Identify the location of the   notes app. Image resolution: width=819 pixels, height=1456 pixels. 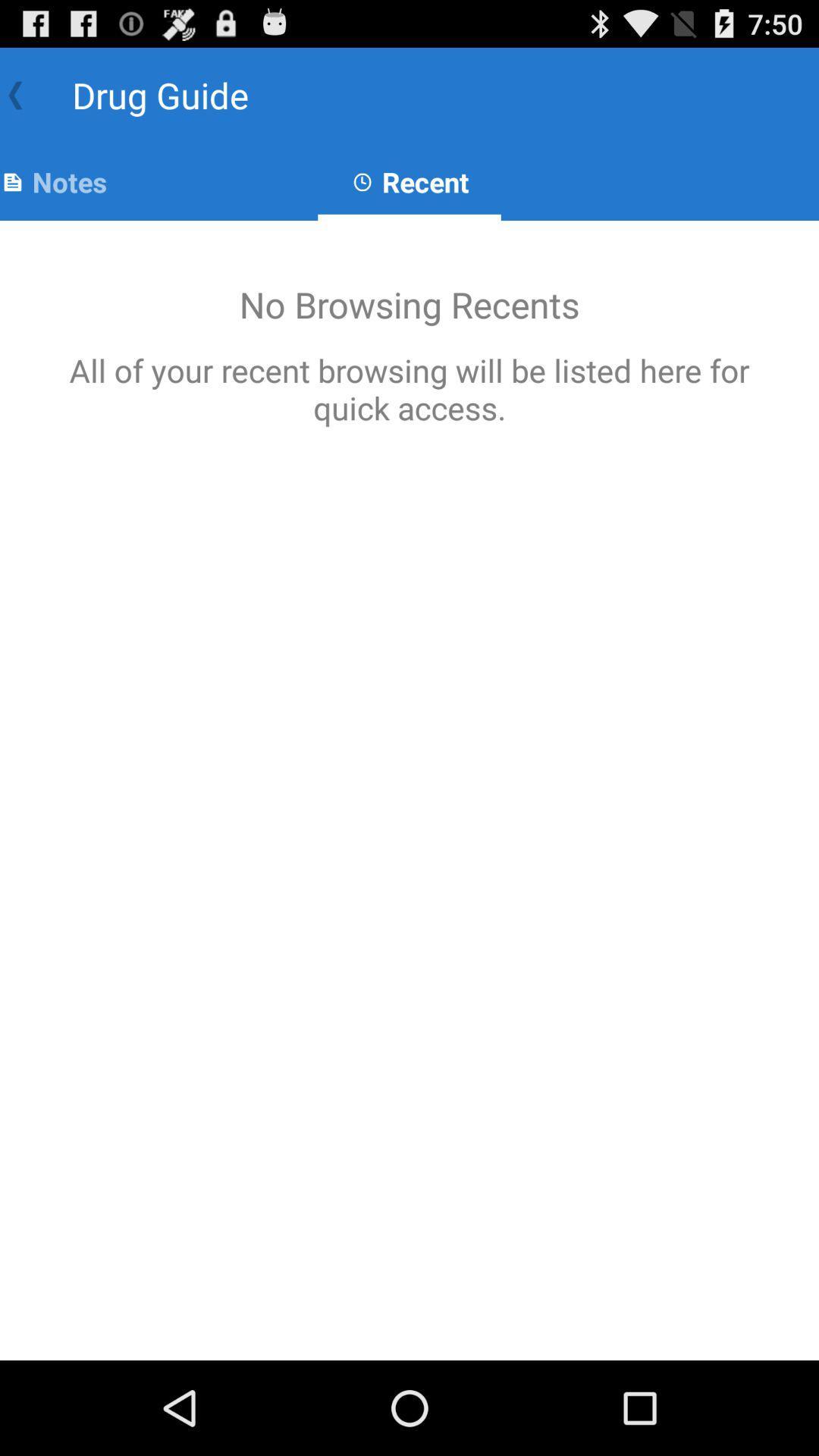
(52, 182).